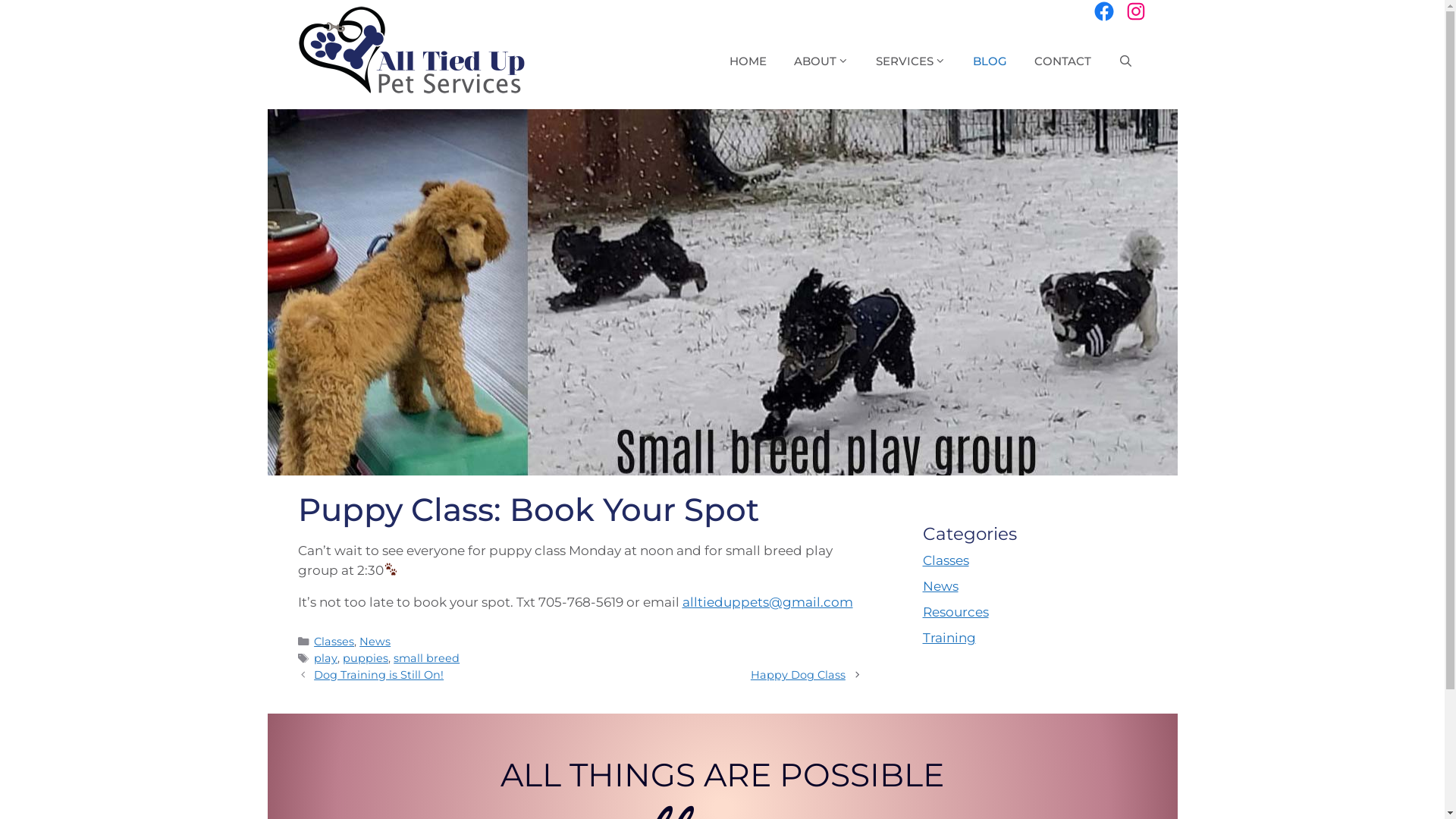  Describe the element at coordinates (325, 657) in the screenshot. I see `'play'` at that location.